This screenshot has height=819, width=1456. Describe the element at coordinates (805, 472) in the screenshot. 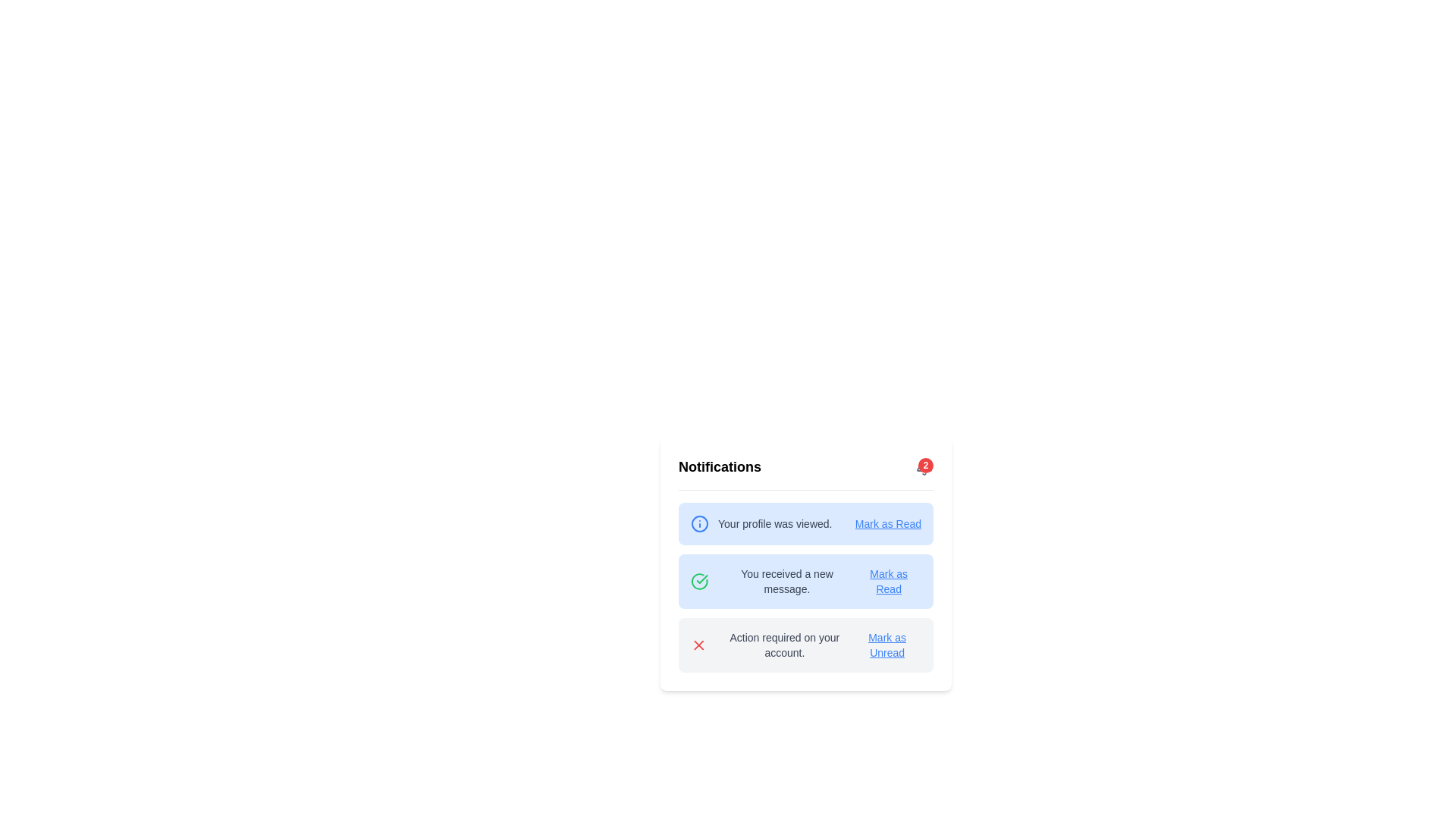

I see `the 'Notifications' header with the red circular badge showing the number '2' to interact with its sub-elements` at that location.